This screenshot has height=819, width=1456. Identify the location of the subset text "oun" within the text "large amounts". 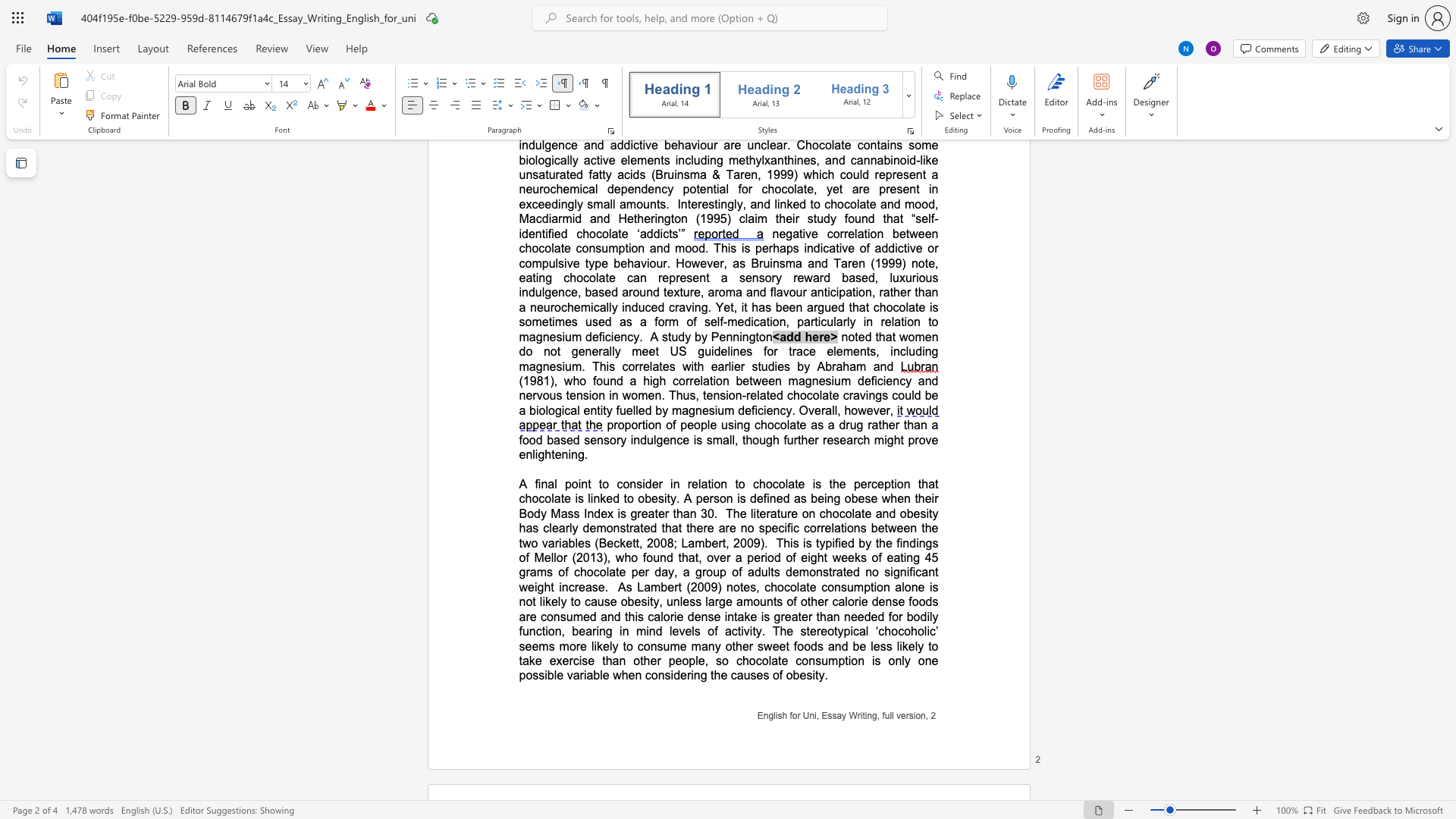
(753, 601).